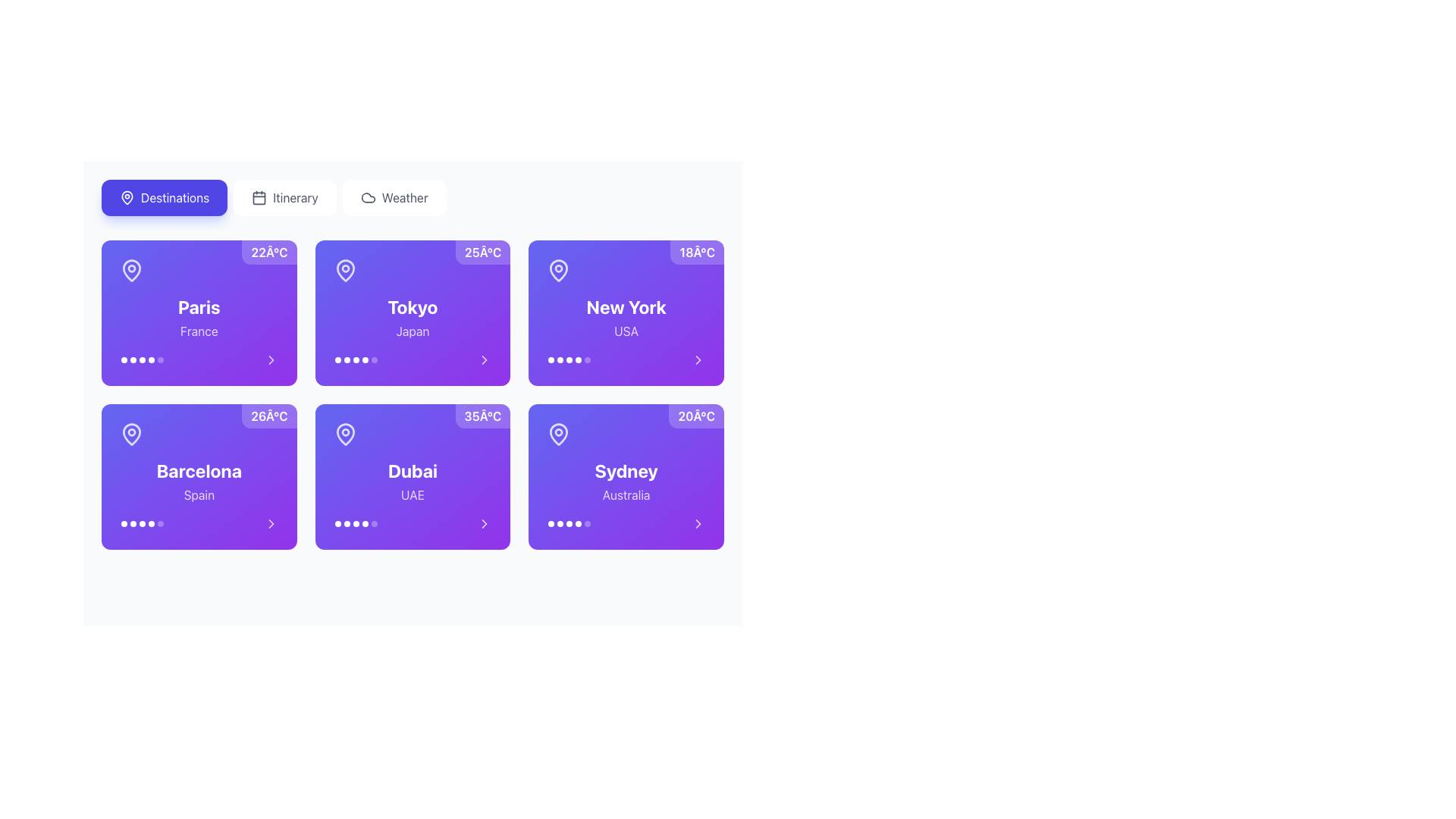 Image resolution: width=1456 pixels, height=819 pixels. Describe the element at coordinates (368, 197) in the screenshot. I see `the cloud icon representing cloud-related data, located at the top-right segment of the interface` at that location.